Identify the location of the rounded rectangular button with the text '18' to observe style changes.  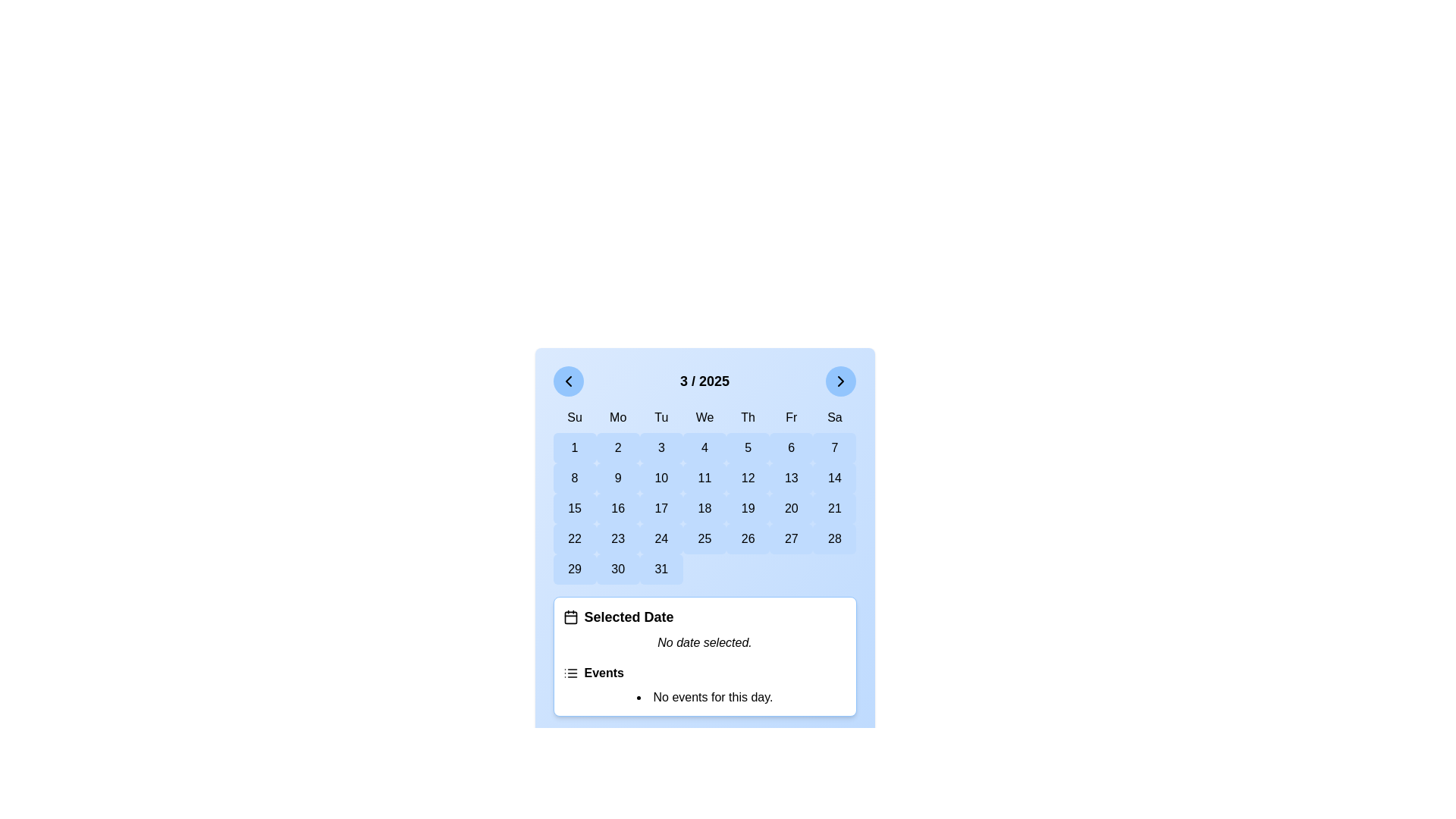
(704, 509).